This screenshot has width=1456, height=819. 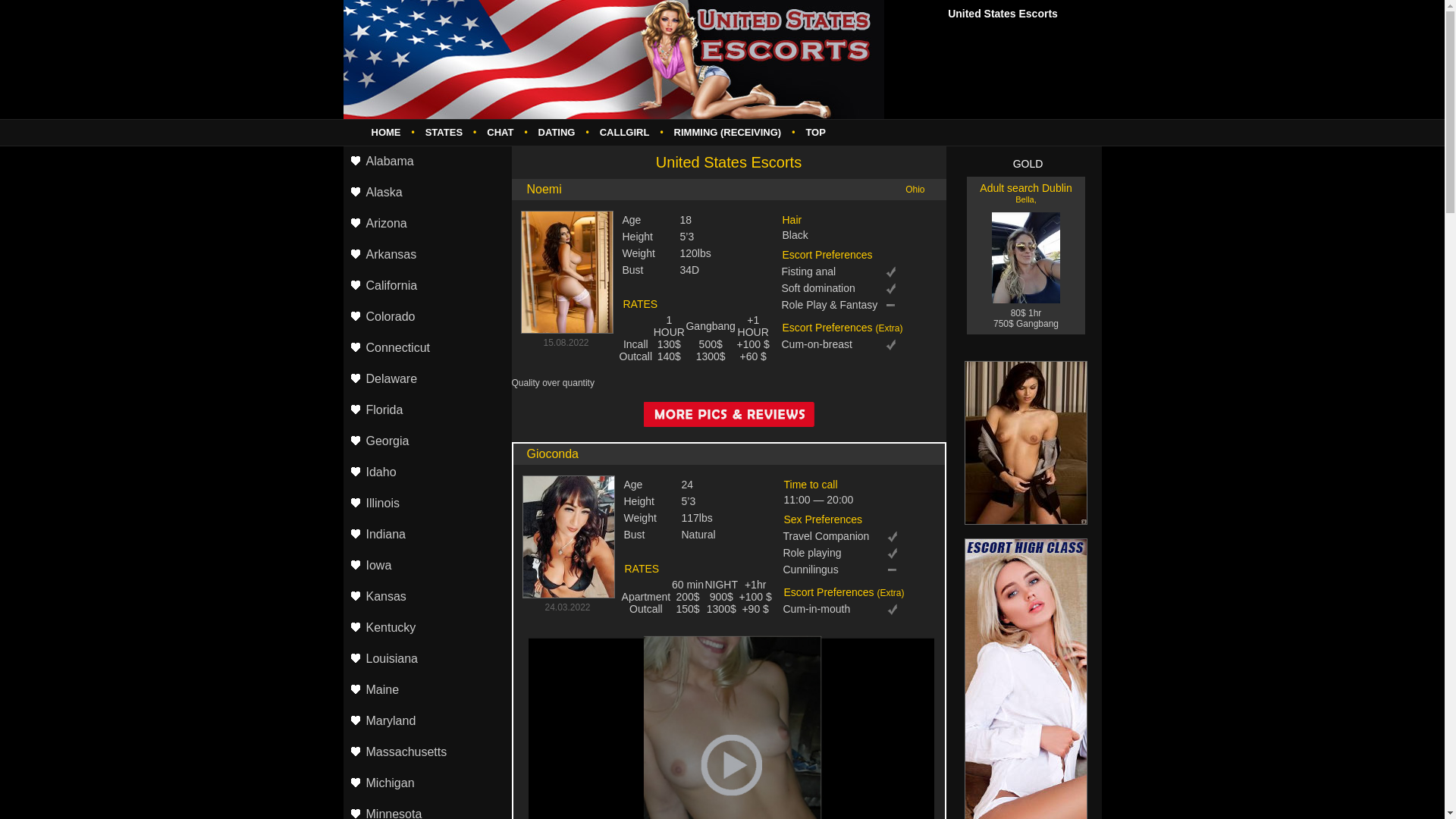 I want to click on 'Illinois', so click(x=425, y=504).